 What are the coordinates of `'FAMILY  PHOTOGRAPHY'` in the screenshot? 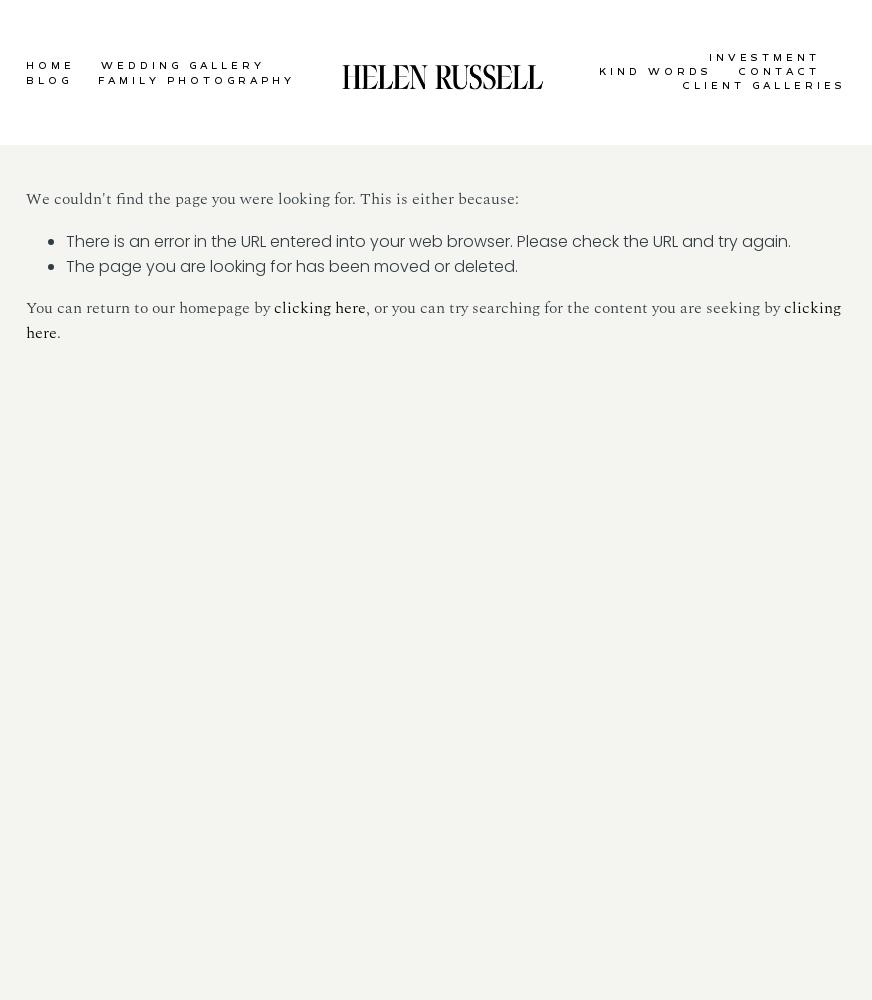 It's located at (97, 79).